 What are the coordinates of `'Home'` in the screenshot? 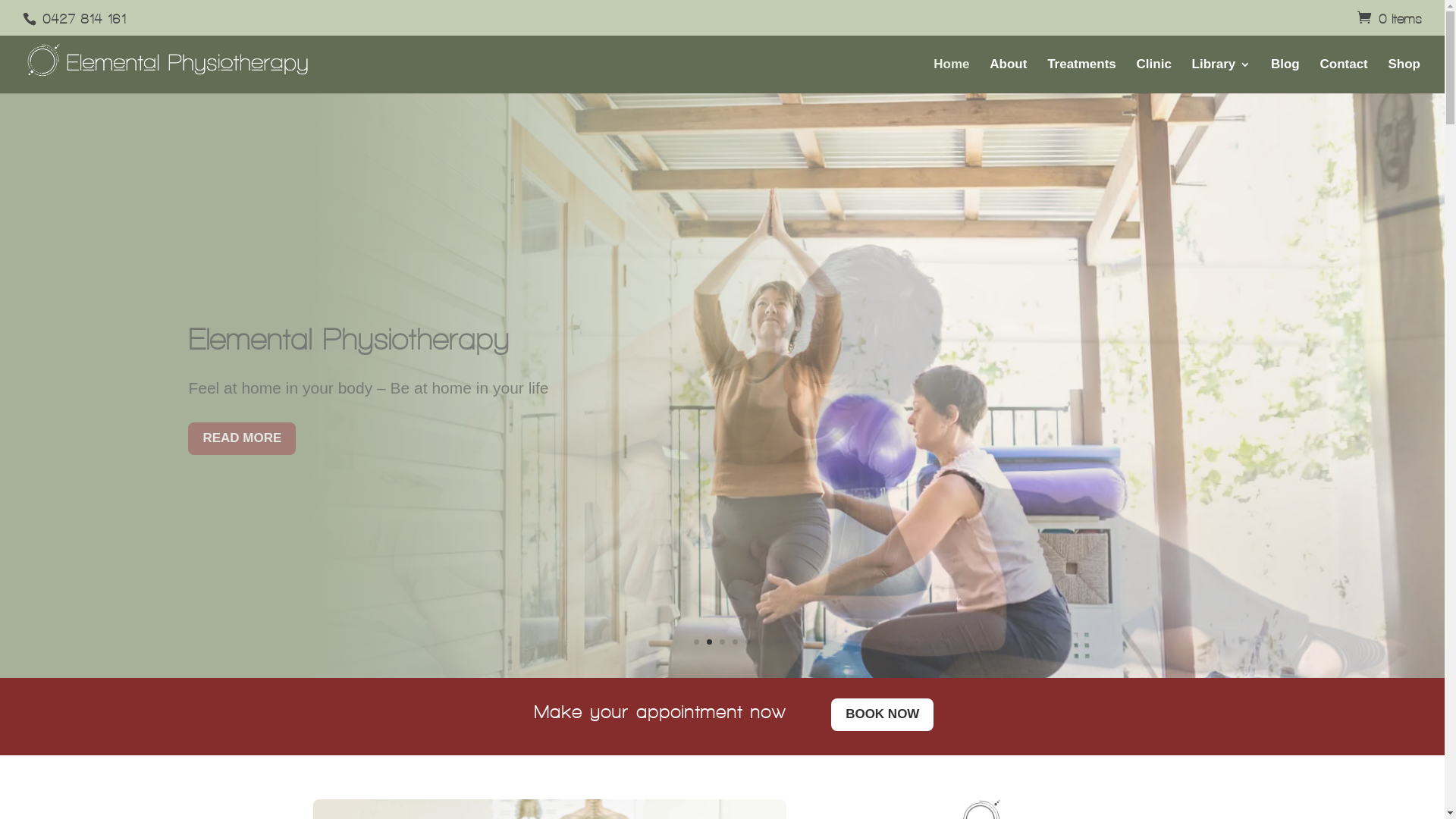 It's located at (950, 76).